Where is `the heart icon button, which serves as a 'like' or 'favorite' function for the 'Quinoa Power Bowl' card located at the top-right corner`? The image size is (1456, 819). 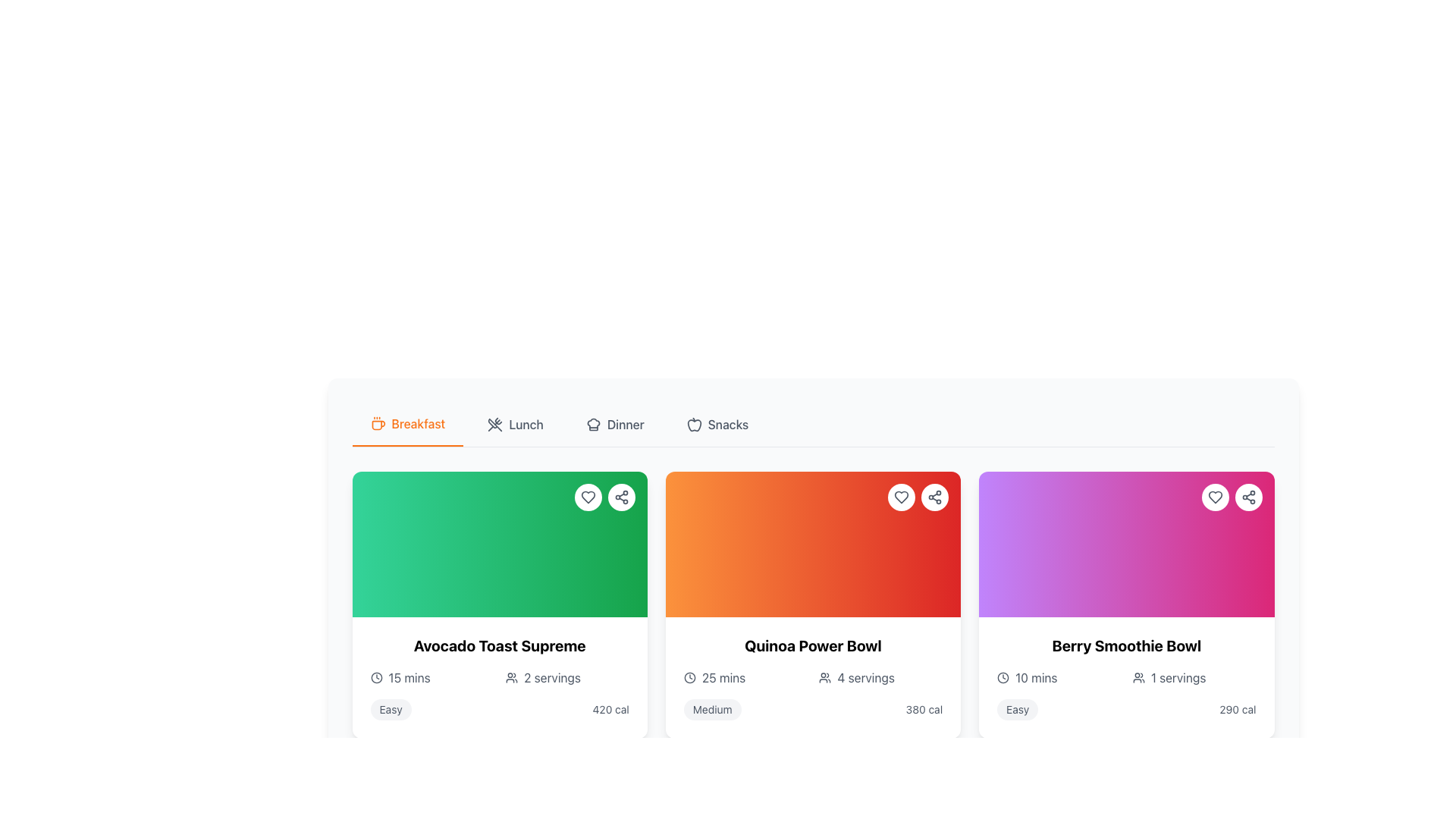 the heart icon button, which serves as a 'like' or 'favorite' function for the 'Quinoa Power Bowl' card located at the top-right corner is located at coordinates (902, 497).